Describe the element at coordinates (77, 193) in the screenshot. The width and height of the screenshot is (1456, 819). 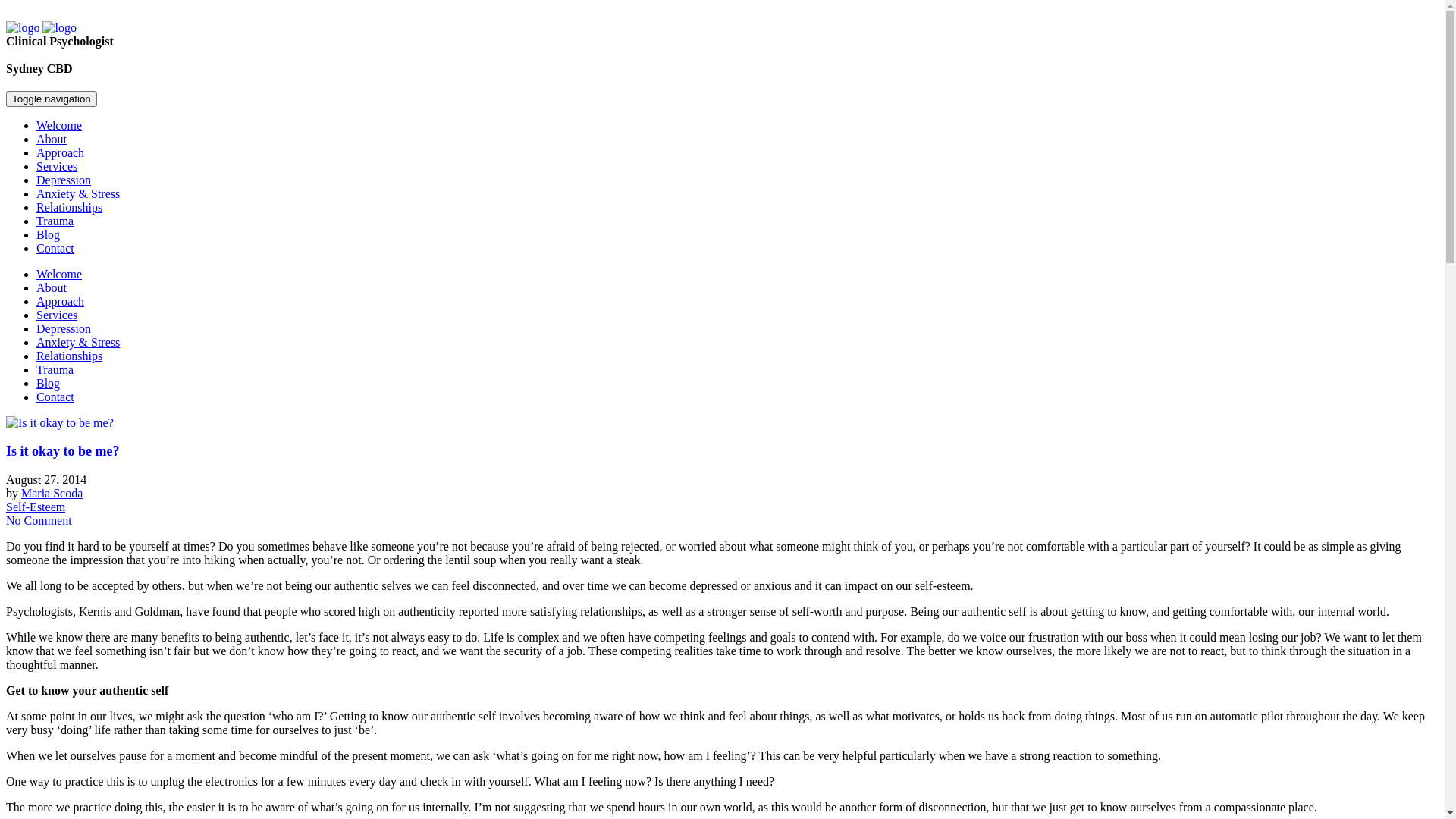
I see `'Anxiety & Stress'` at that location.